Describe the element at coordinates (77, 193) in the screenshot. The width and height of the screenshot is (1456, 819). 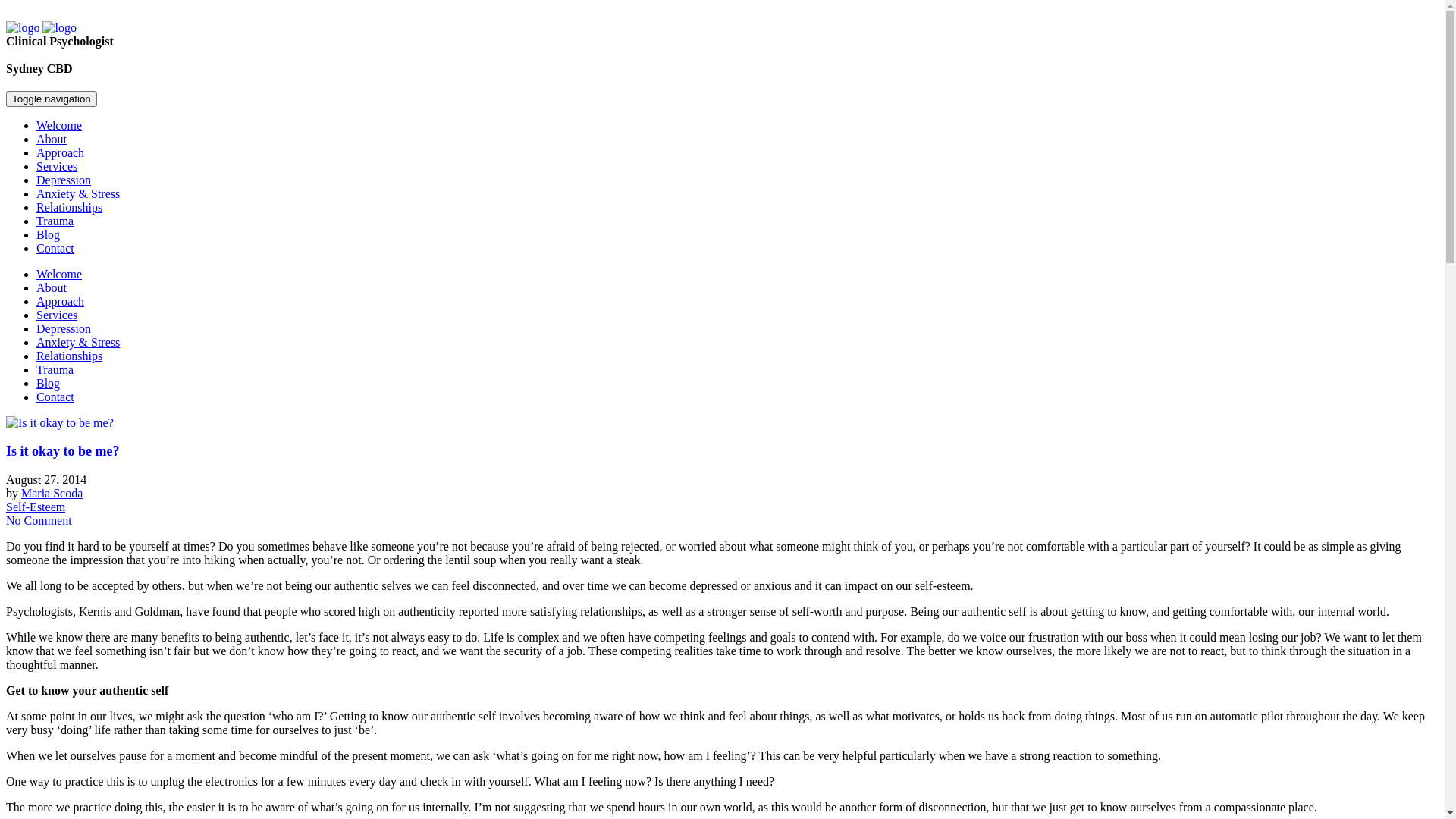
I see `'Anxiety & Stress'` at that location.